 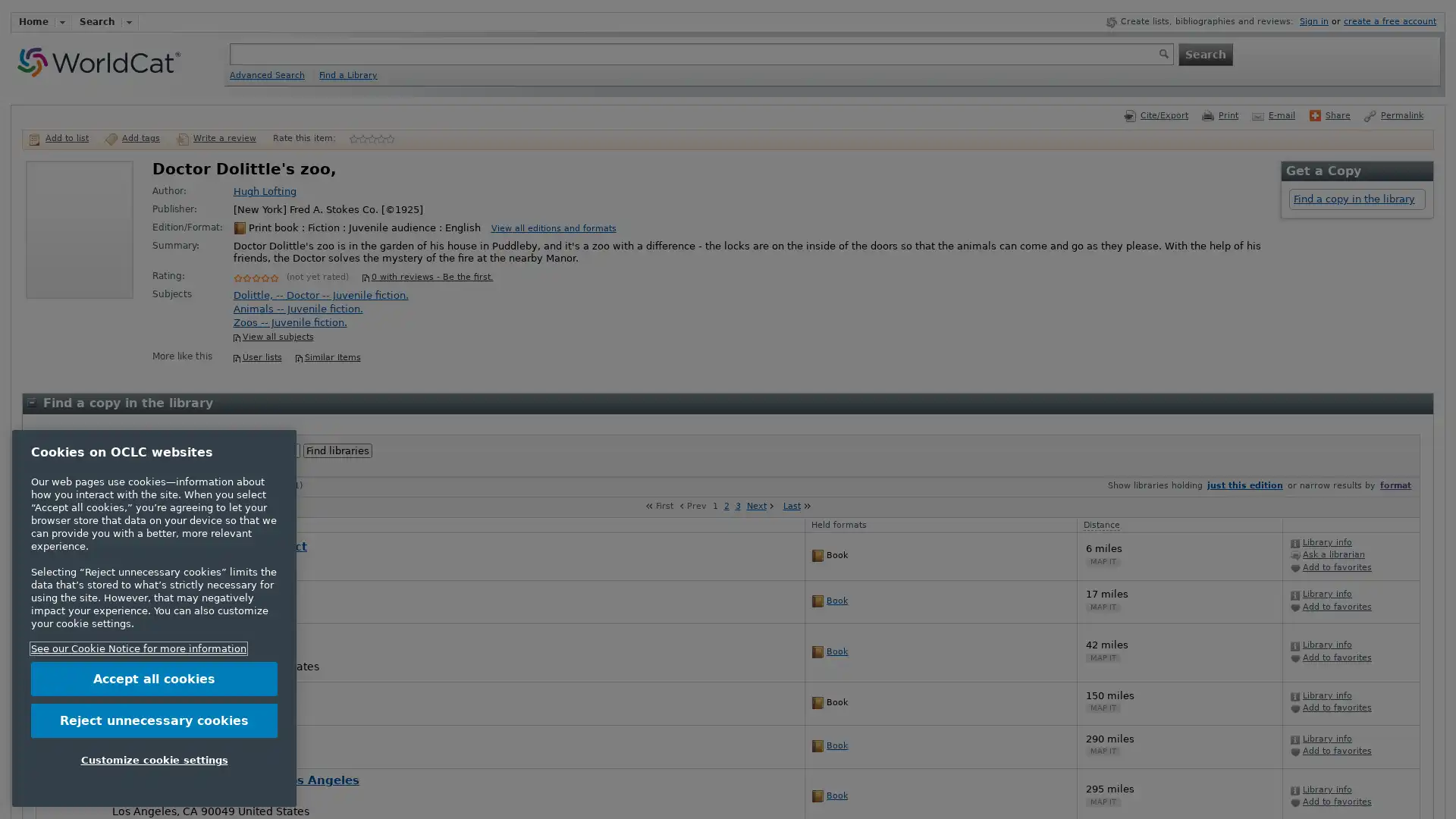 I want to click on Search, so click(x=1203, y=52).